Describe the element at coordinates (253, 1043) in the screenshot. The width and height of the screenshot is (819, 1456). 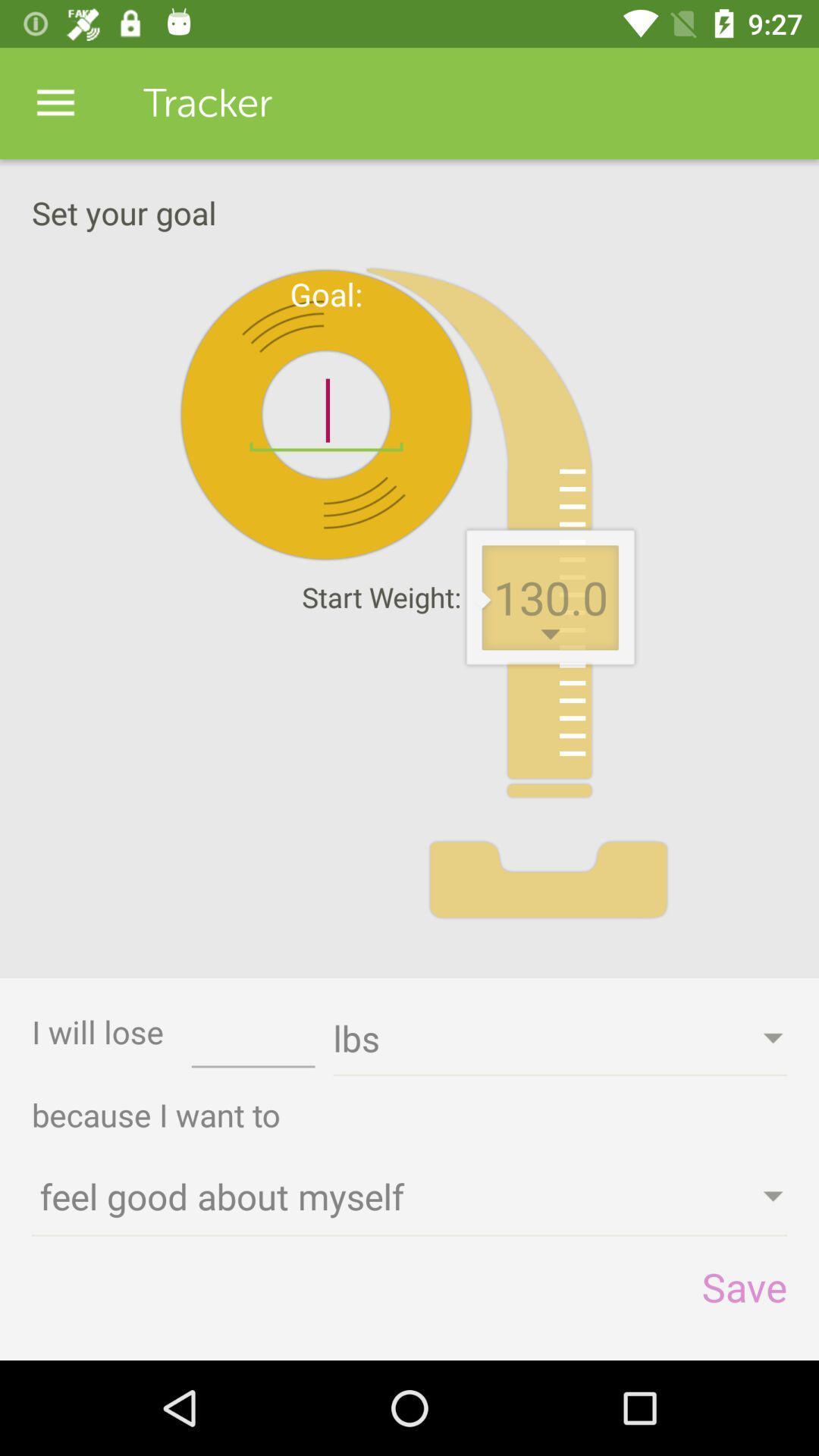
I see `the icon to the right of the i will lose` at that location.